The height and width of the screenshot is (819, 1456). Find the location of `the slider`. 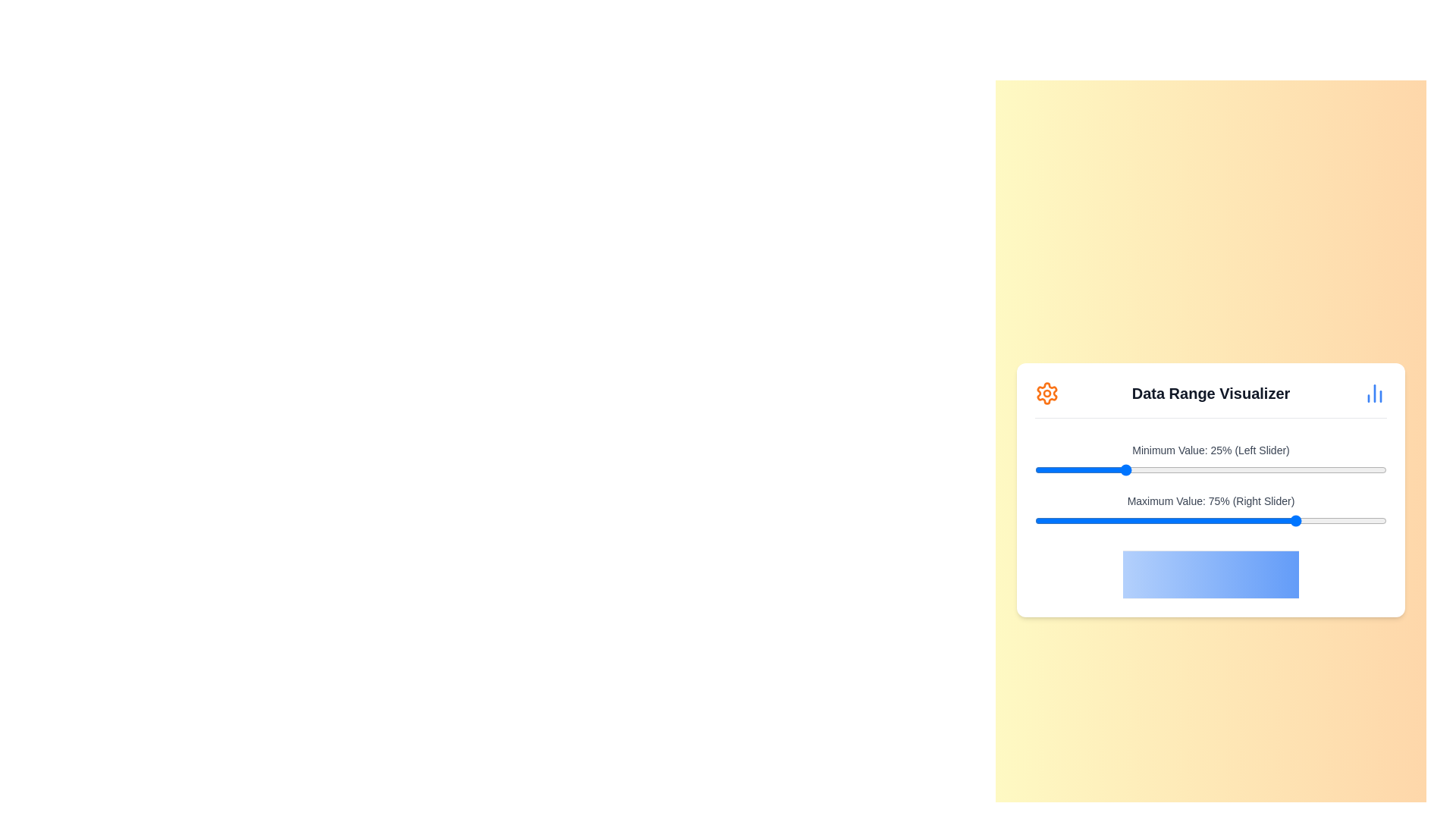

the slider is located at coordinates (1055, 519).